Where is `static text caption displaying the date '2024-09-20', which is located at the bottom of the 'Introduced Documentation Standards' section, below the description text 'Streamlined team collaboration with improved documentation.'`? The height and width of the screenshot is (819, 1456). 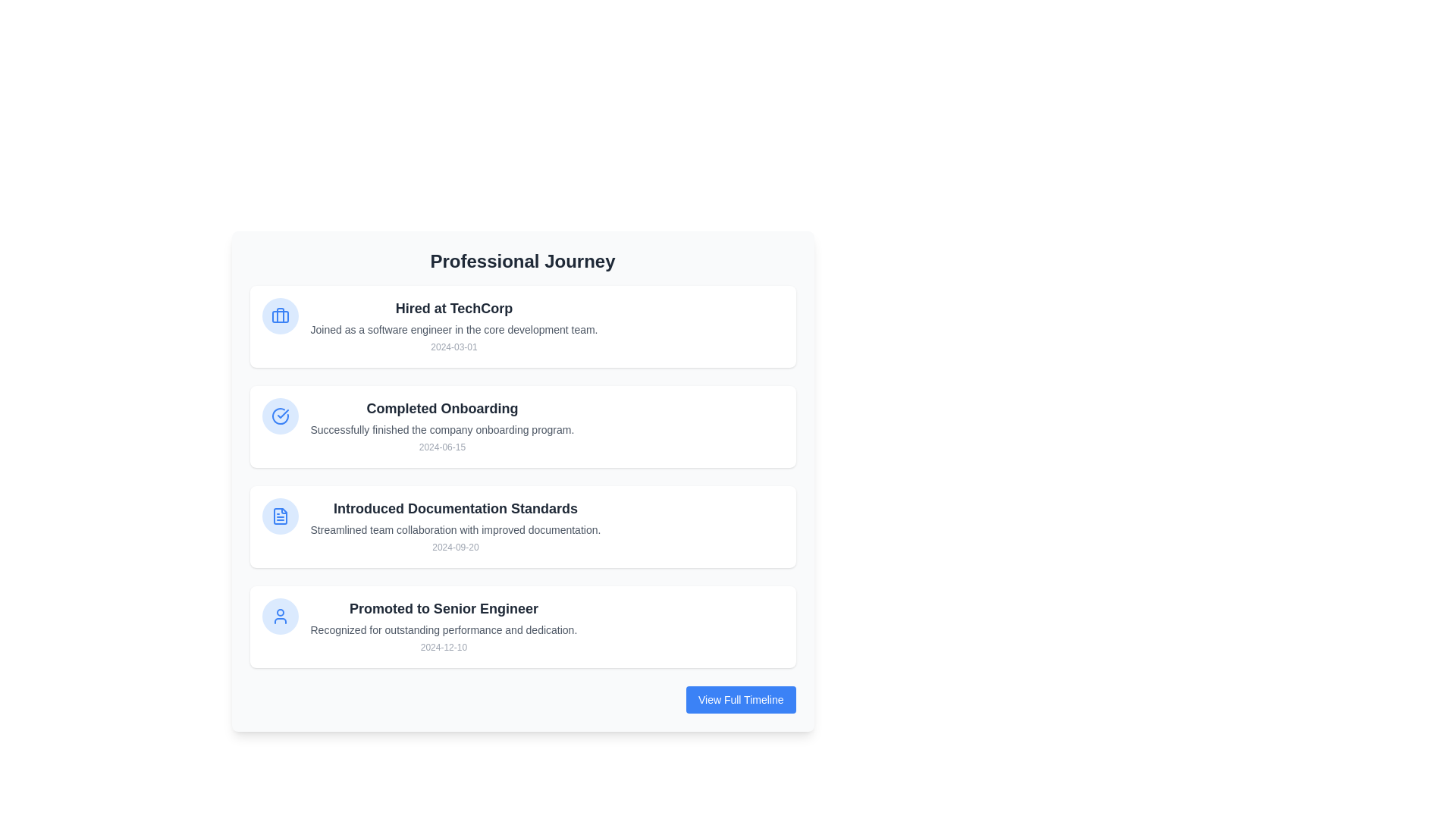 static text caption displaying the date '2024-09-20', which is located at the bottom of the 'Introduced Documentation Standards' section, below the description text 'Streamlined team collaboration with improved documentation.' is located at coordinates (454, 547).